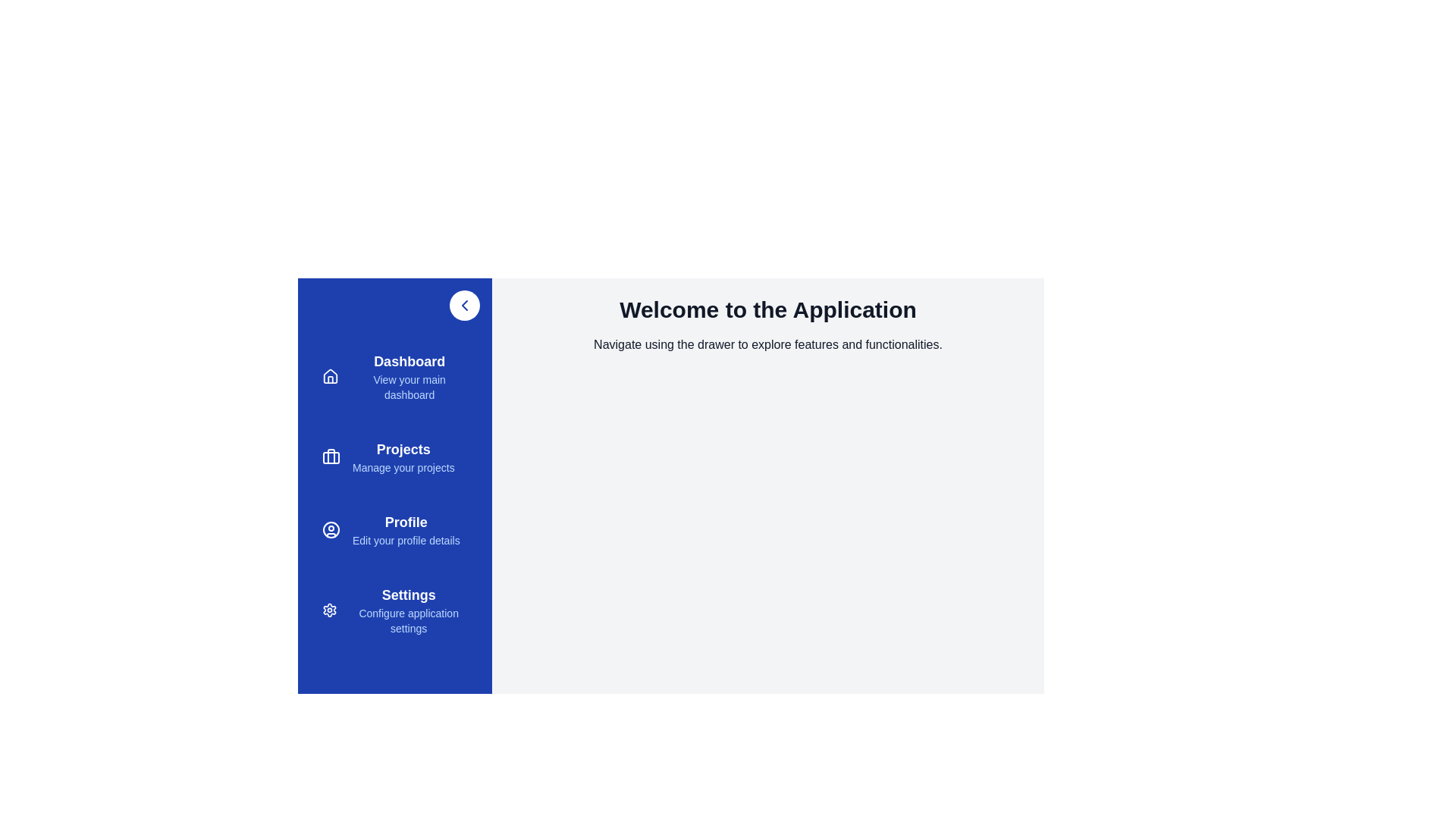 The width and height of the screenshot is (1456, 819). What do you see at coordinates (395, 529) in the screenshot?
I see `the menu item Profile to view its hover effect` at bounding box center [395, 529].